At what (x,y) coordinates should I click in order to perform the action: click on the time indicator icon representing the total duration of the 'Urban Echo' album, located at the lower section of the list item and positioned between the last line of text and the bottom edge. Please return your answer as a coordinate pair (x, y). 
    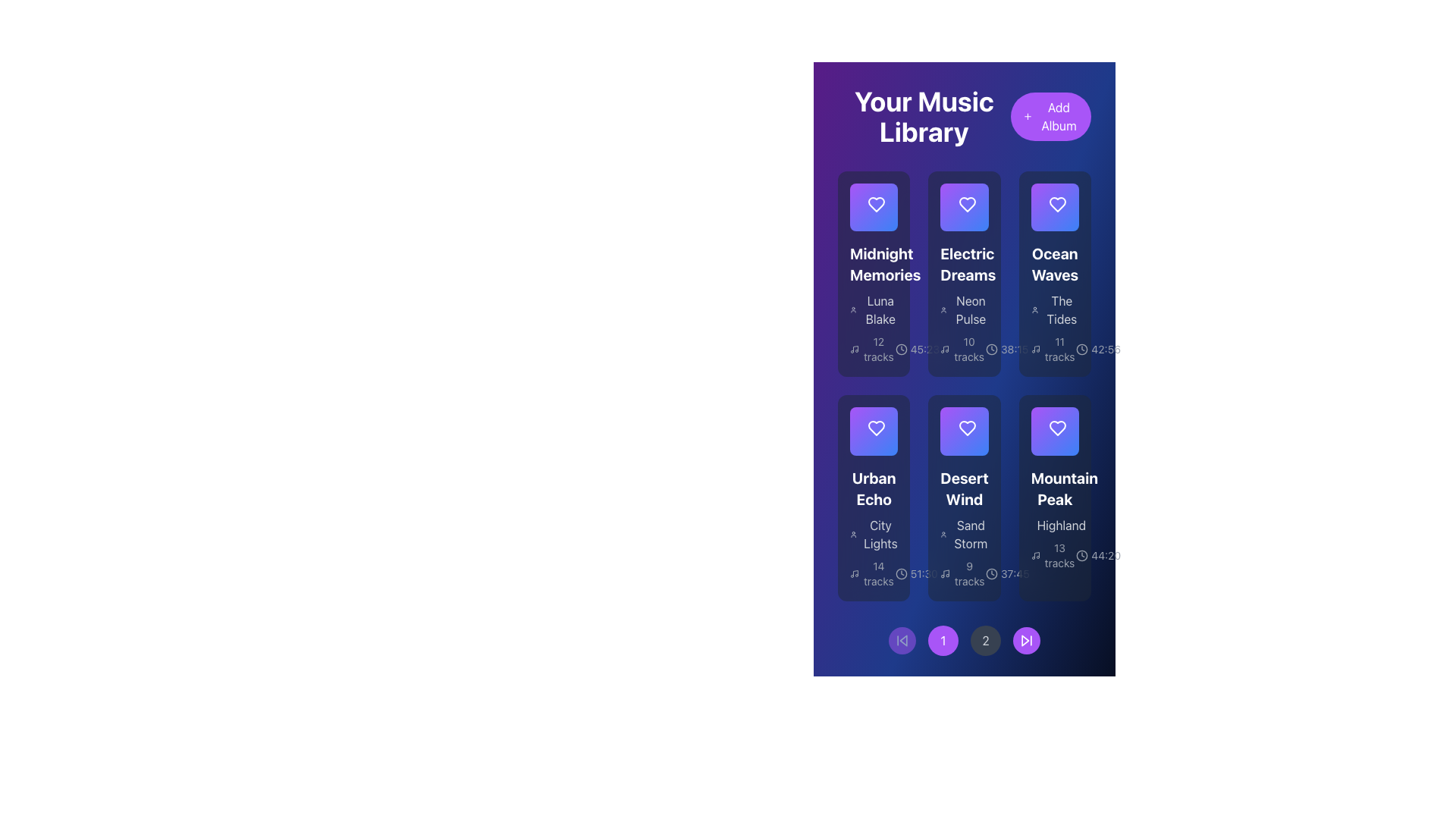
    Looking at the image, I should click on (901, 573).